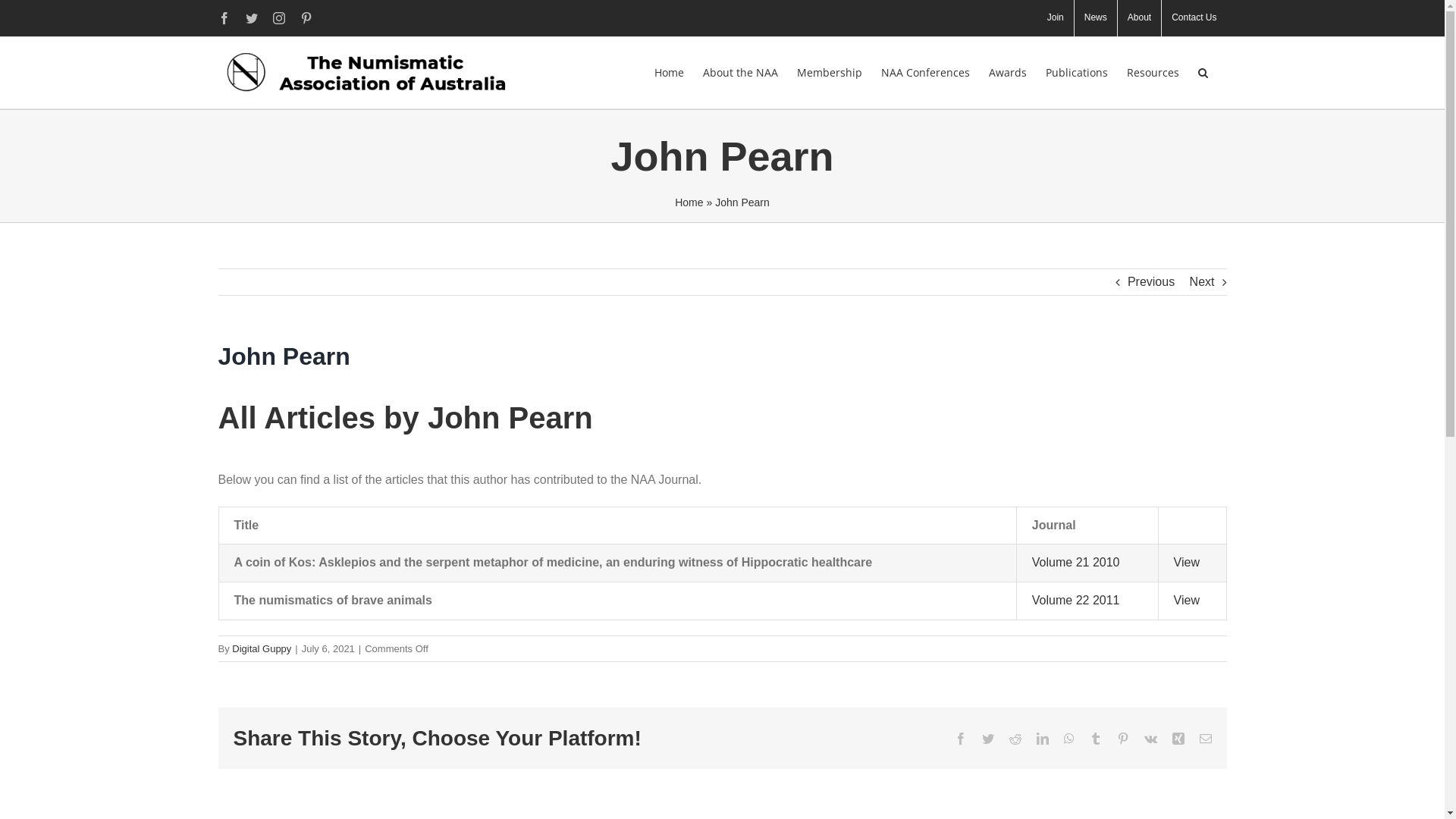  I want to click on 'View', so click(1185, 599).